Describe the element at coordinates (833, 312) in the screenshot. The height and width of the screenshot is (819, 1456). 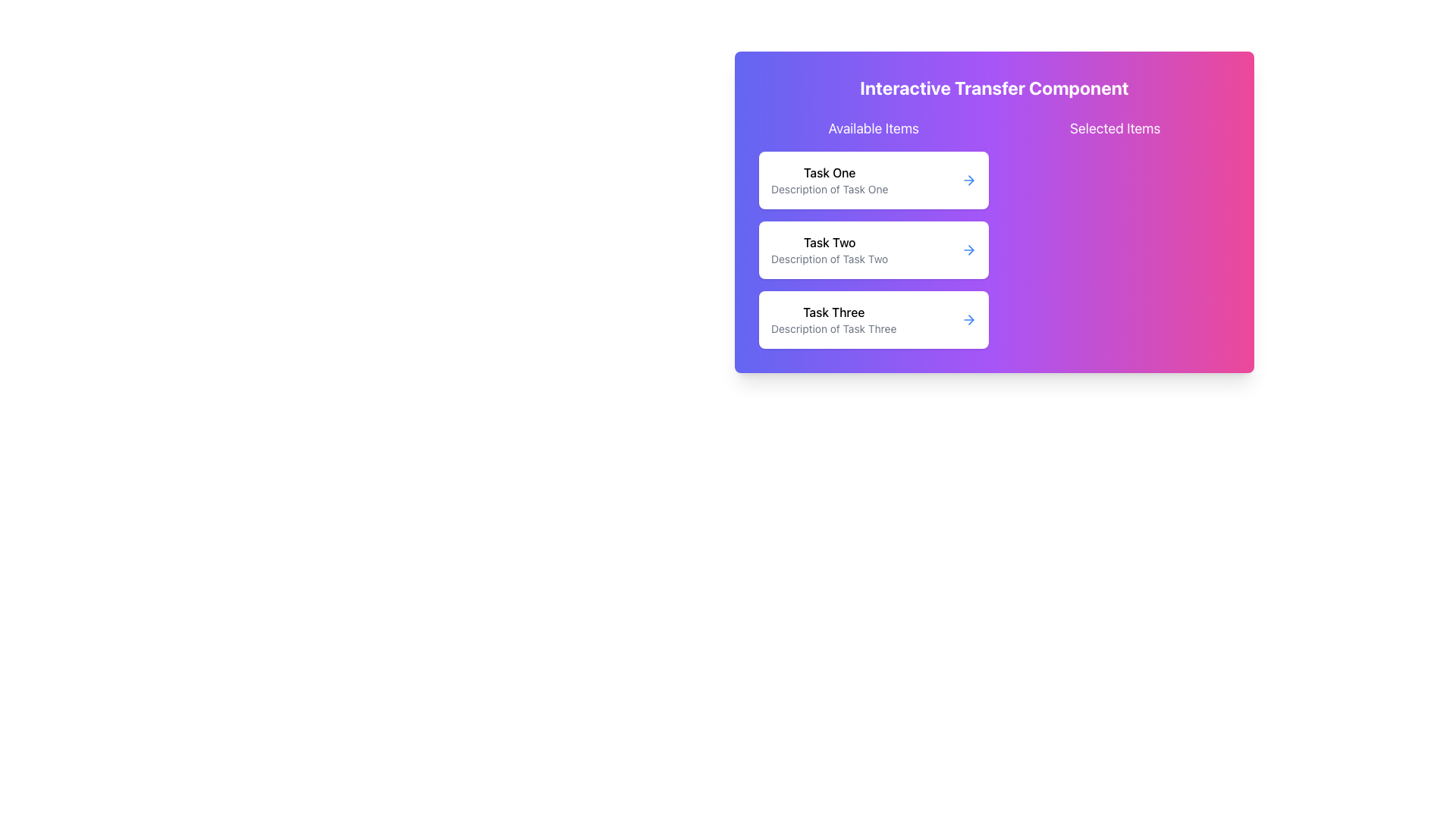
I see `the text label that serves as the title for the third task in the 'Available Items' section of the purple gradient card` at that location.